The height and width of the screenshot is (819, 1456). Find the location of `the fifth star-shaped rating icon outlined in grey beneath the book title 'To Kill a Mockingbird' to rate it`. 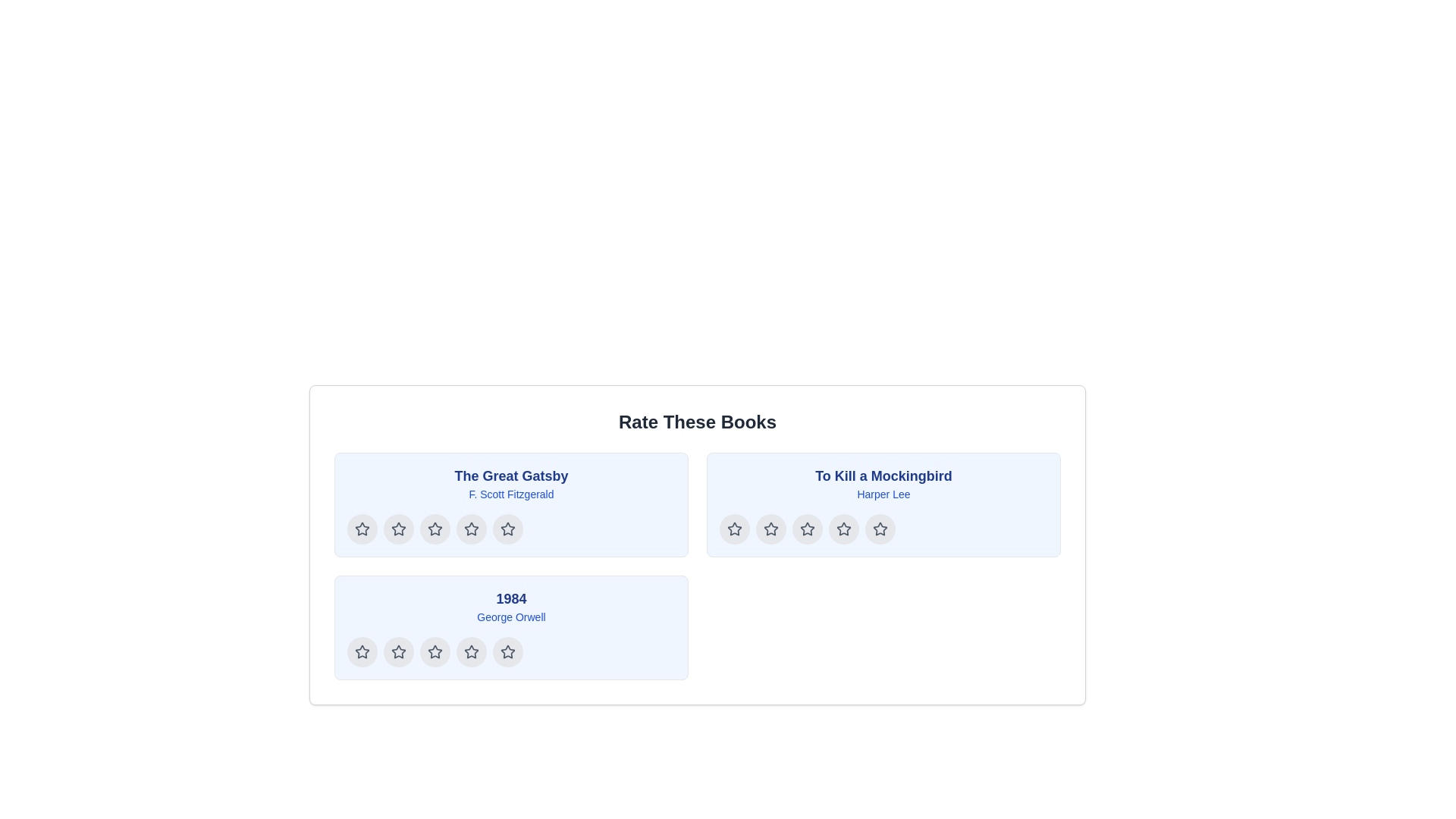

the fifth star-shaped rating icon outlined in grey beneath the book title 'To Kill a Mockingbird' to rate it is located at coordinates (880, 528).